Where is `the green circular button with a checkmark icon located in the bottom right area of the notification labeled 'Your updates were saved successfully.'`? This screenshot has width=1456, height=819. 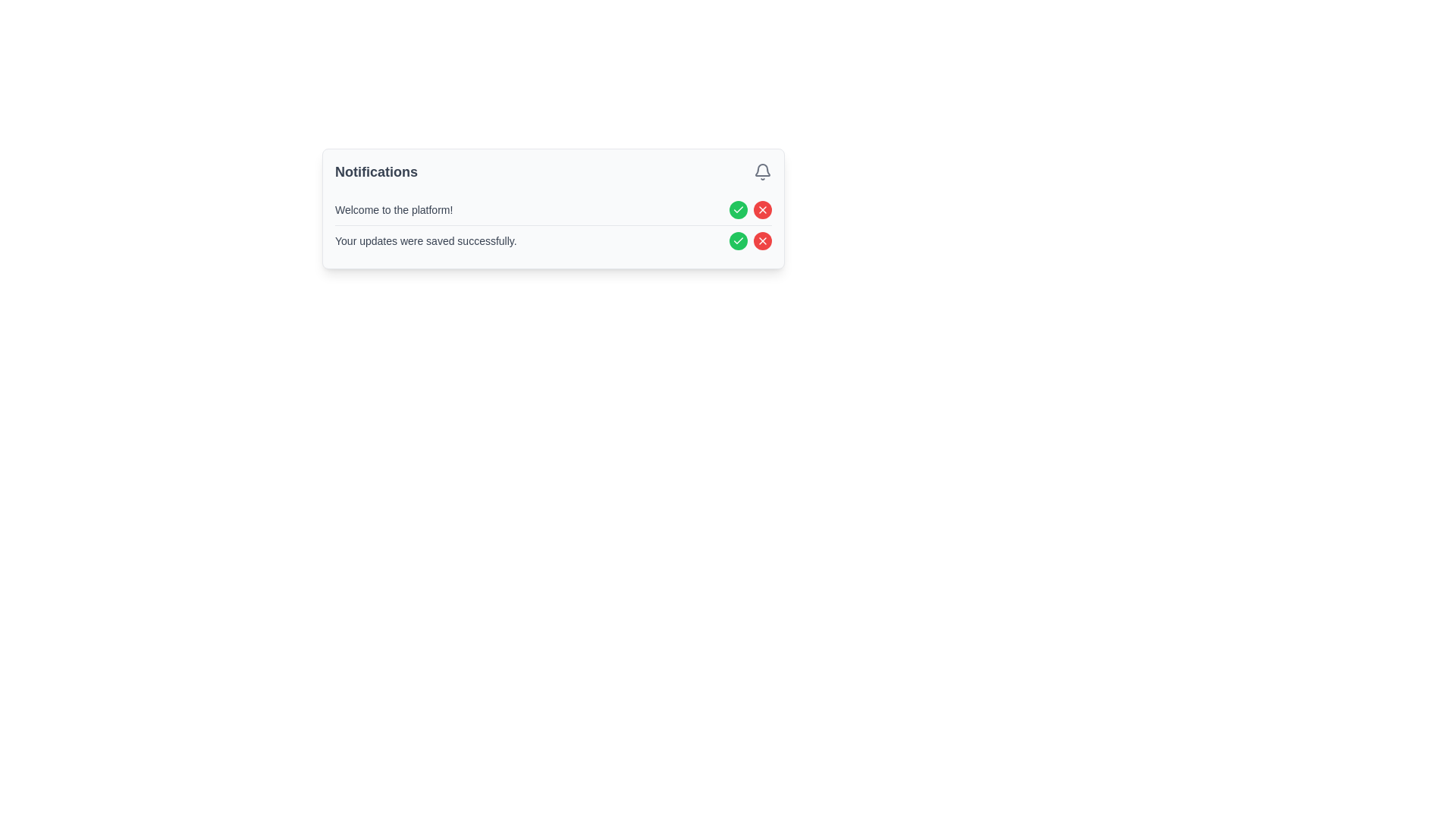 the green circular button with a checkmark icon located in the bottom right area of the notification labeled 'Your updates were saved successfully.' is located at coordinates (750, 240).